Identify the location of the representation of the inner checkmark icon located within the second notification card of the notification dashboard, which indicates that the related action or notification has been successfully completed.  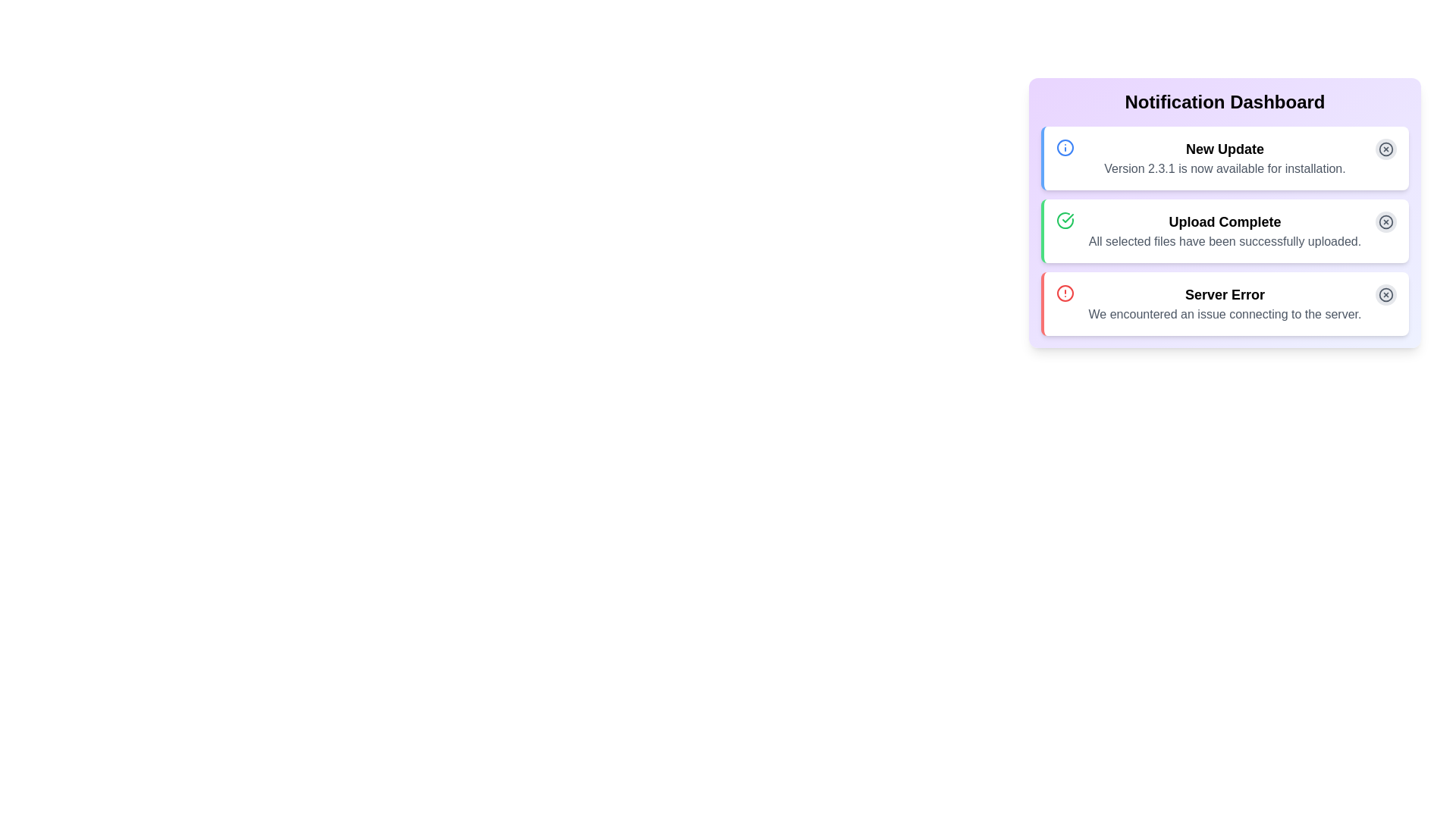
(1067, 218).